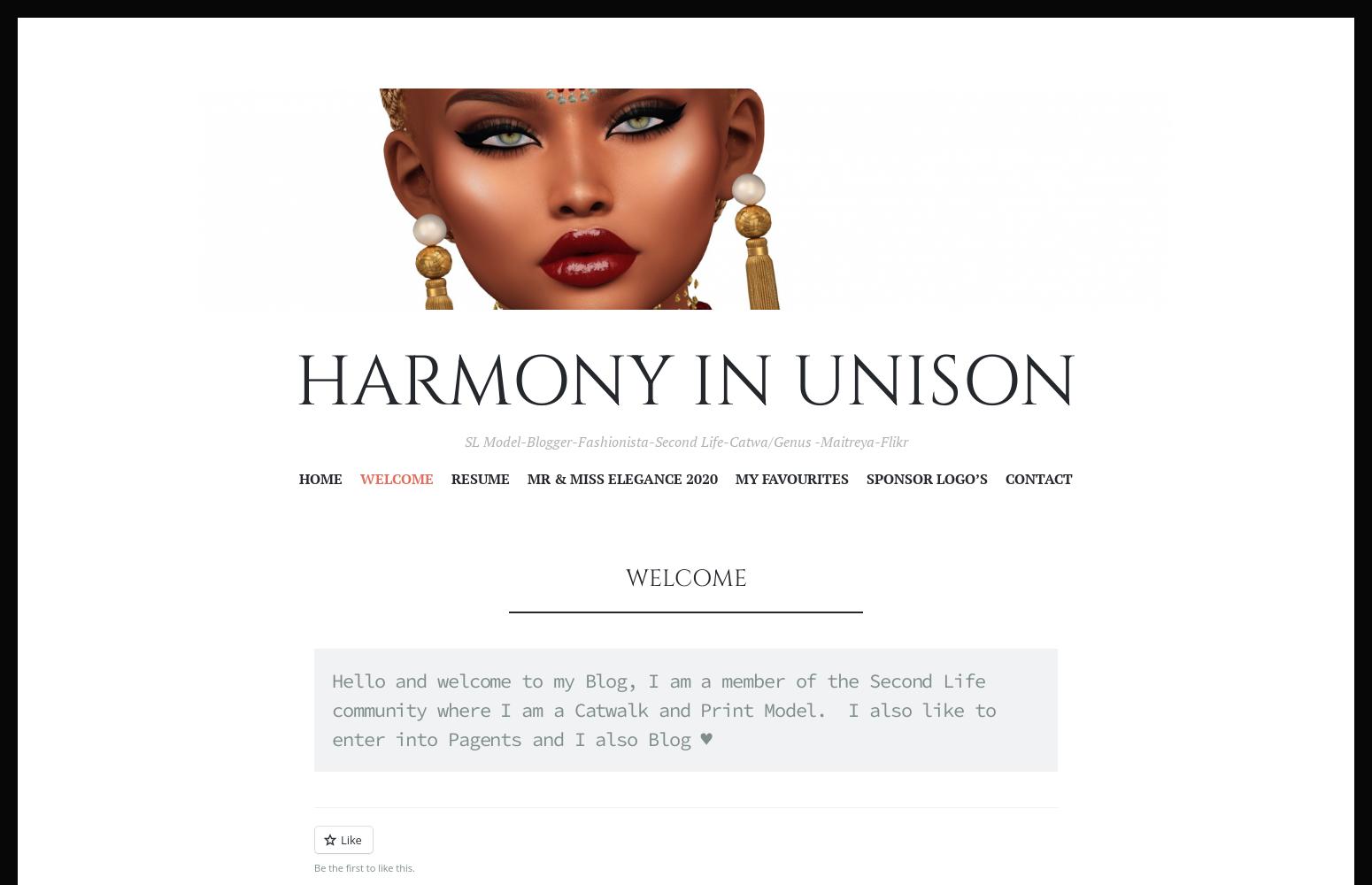  What do you see at coordinates (685, 441) in the screenshot?
I see `'SL Model-Blogger-Fashionista-Second Life-Catwa/Genus -Maitreya-Flikr'` at bounding box center [685, 441].